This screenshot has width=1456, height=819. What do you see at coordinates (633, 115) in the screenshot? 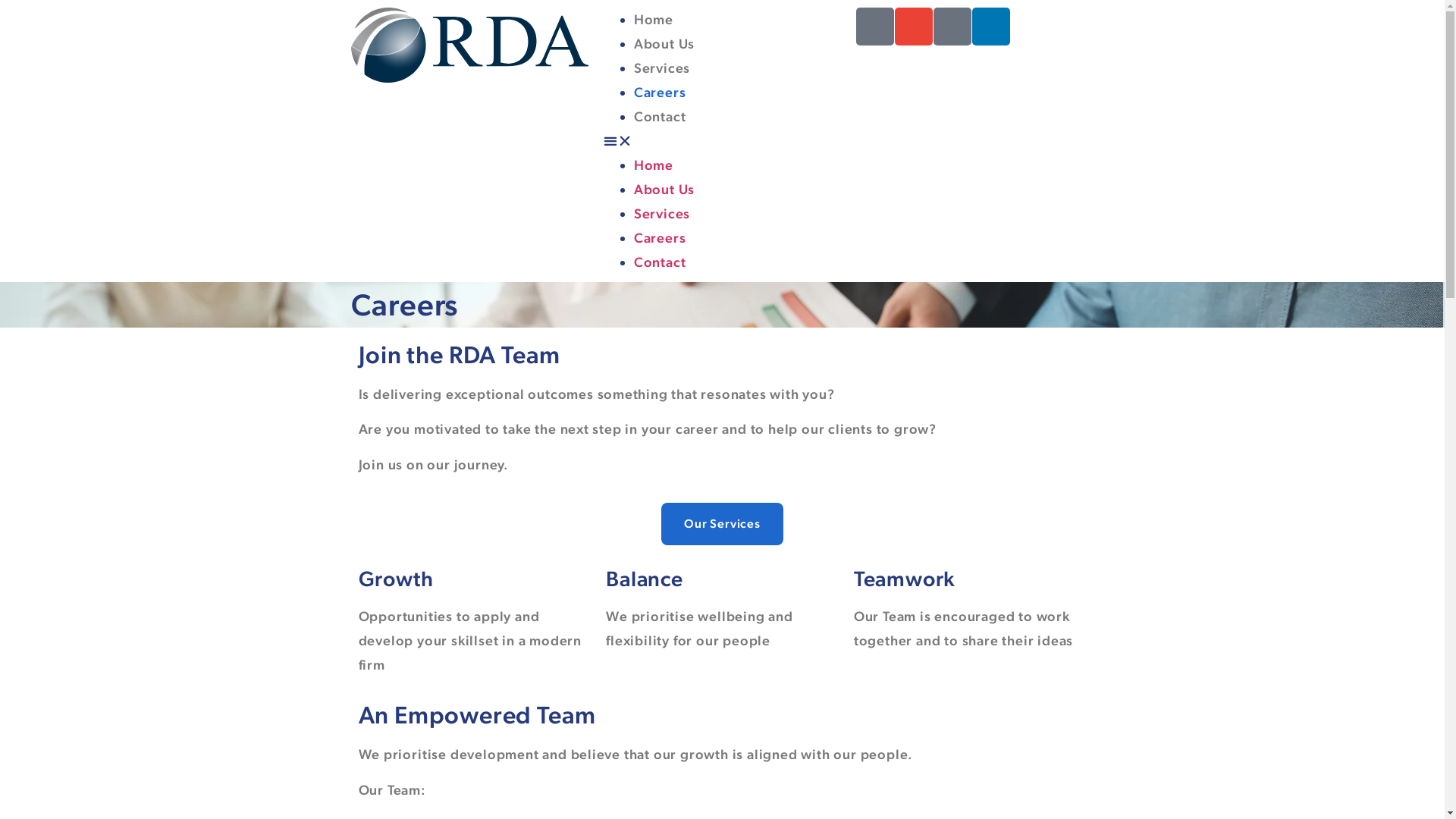
I see `'Contact'` at bounding box center [633, 115].